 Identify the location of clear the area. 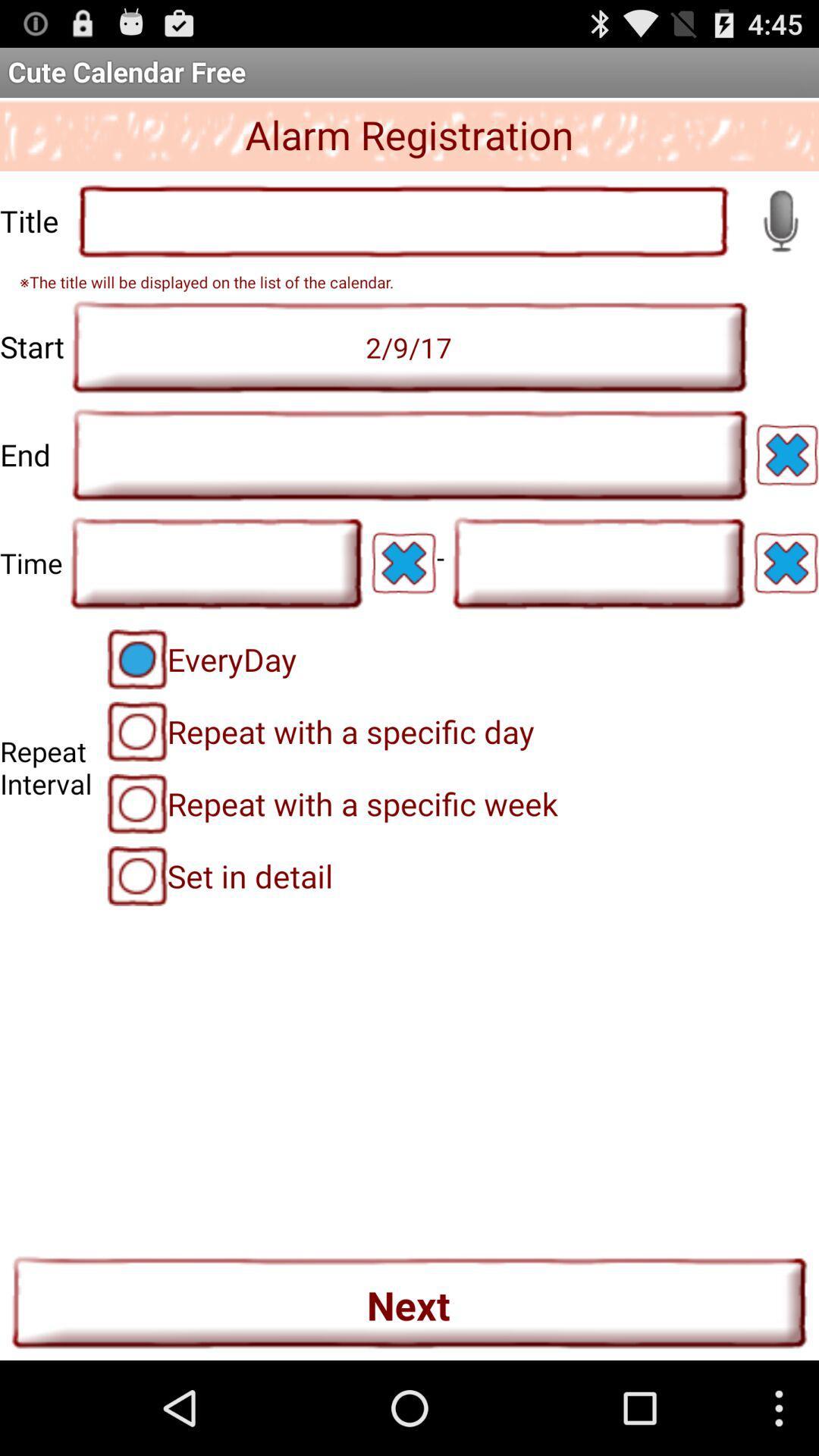
(786, 454).